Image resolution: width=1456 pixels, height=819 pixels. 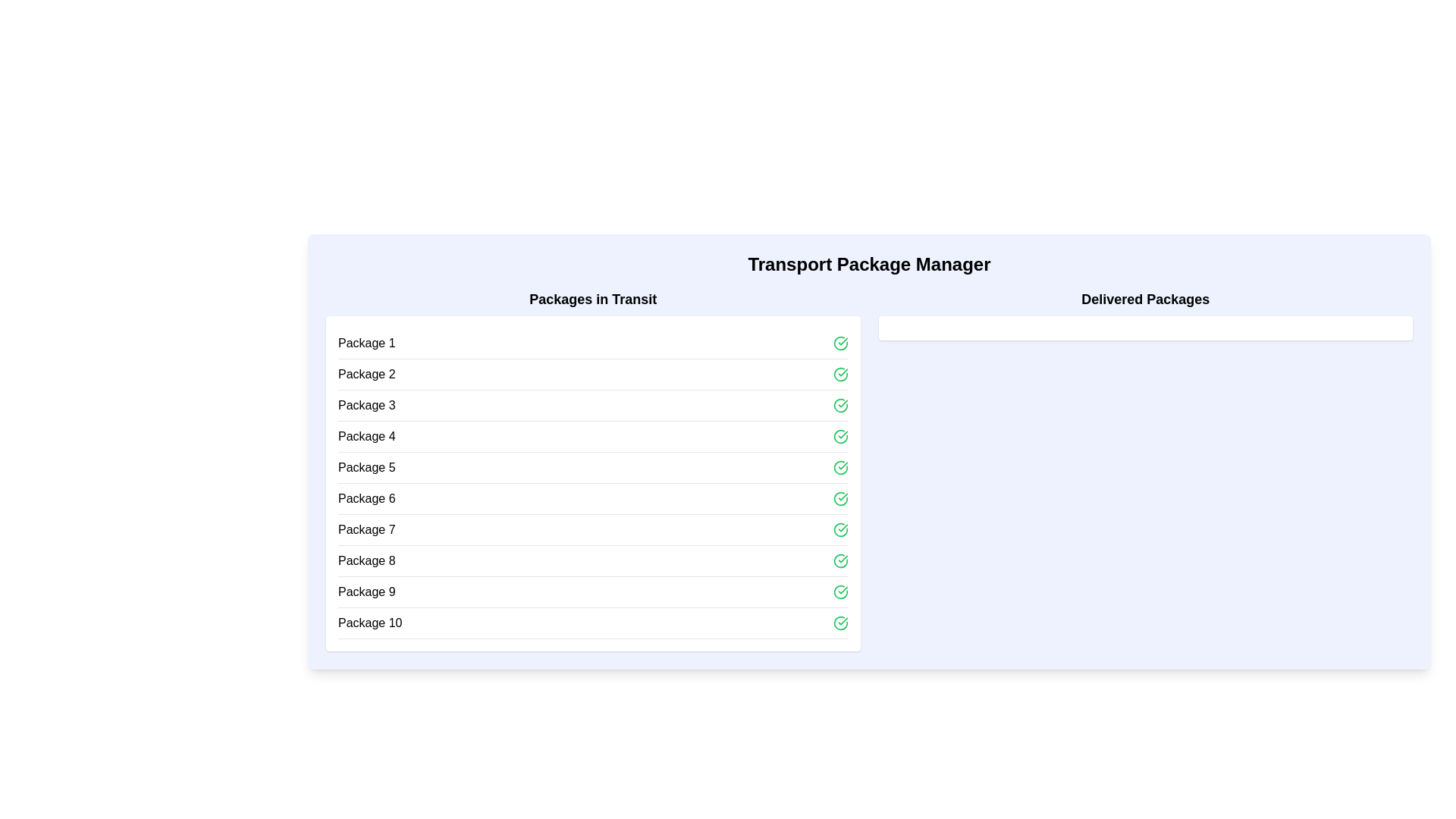 I want to click on the icon located to the far right of the 'Package 7' row within the 'Packages in Transit' section, so click(x=839, y=529).